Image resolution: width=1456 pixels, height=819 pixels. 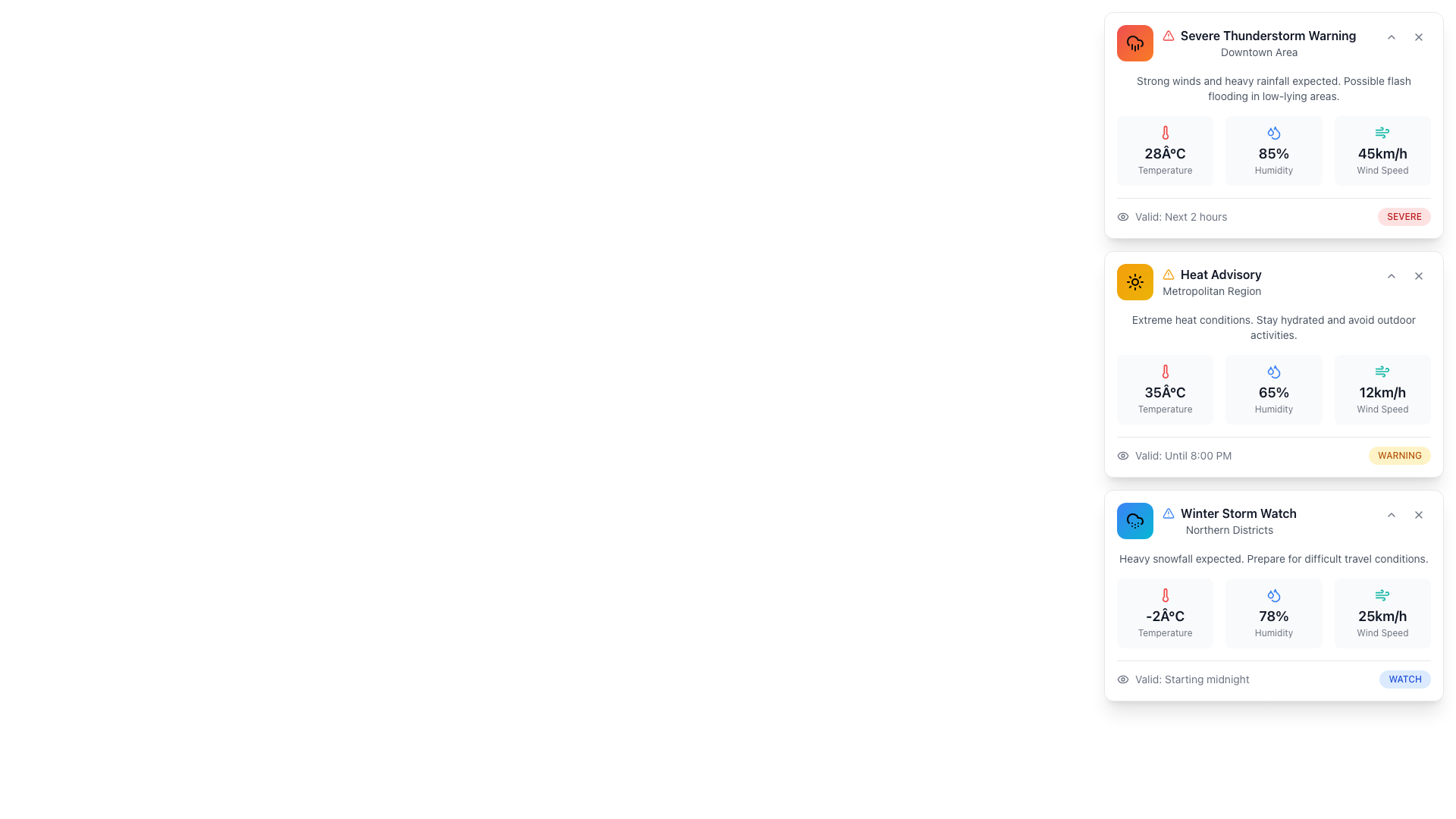 I want to click on the Informational card displaying '25km/h' for Wind Speed details, located in the 'Winter Storm Watch' section, so click(x=1382, y=613).